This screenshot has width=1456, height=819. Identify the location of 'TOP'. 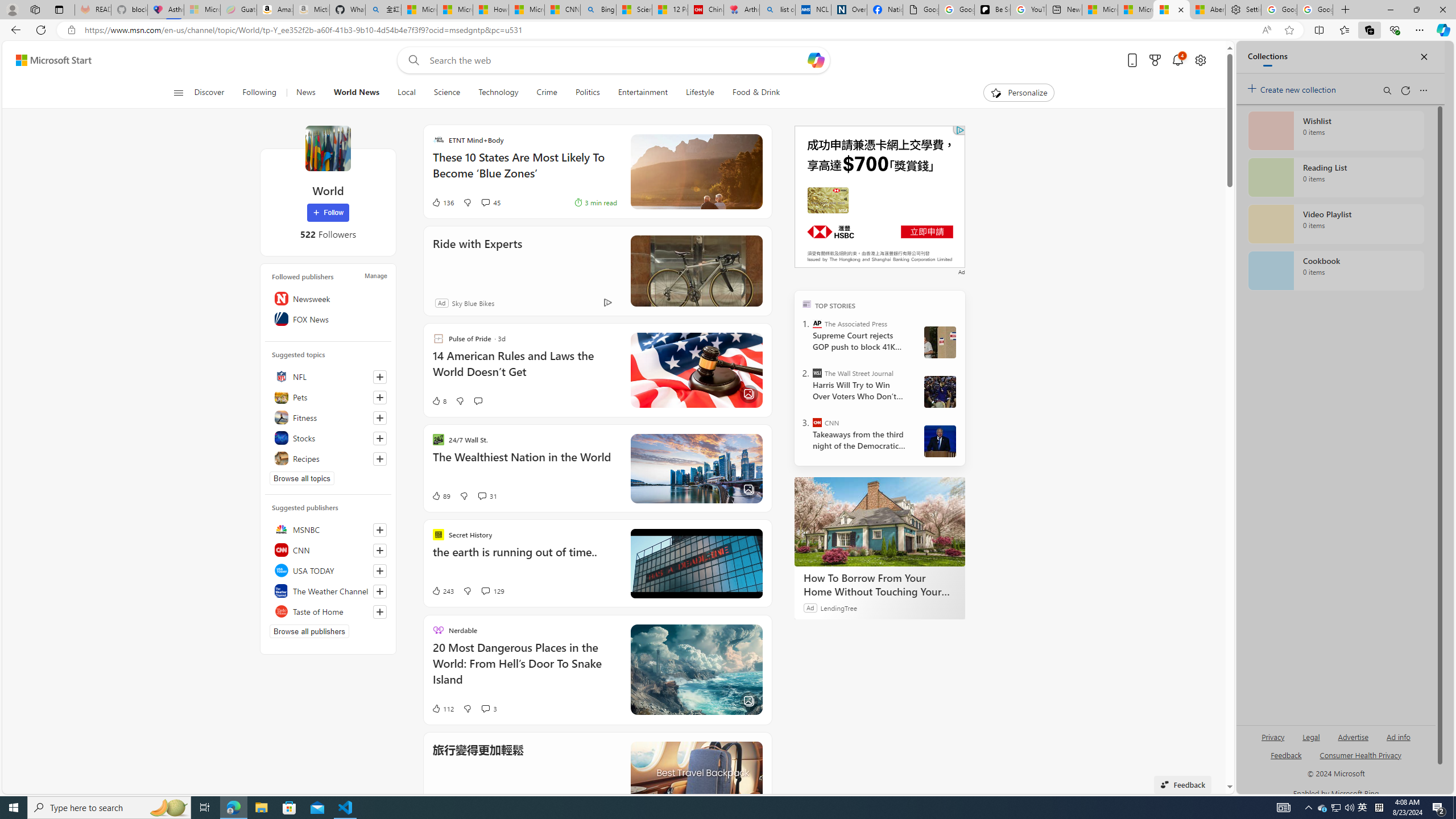
(806, 303).